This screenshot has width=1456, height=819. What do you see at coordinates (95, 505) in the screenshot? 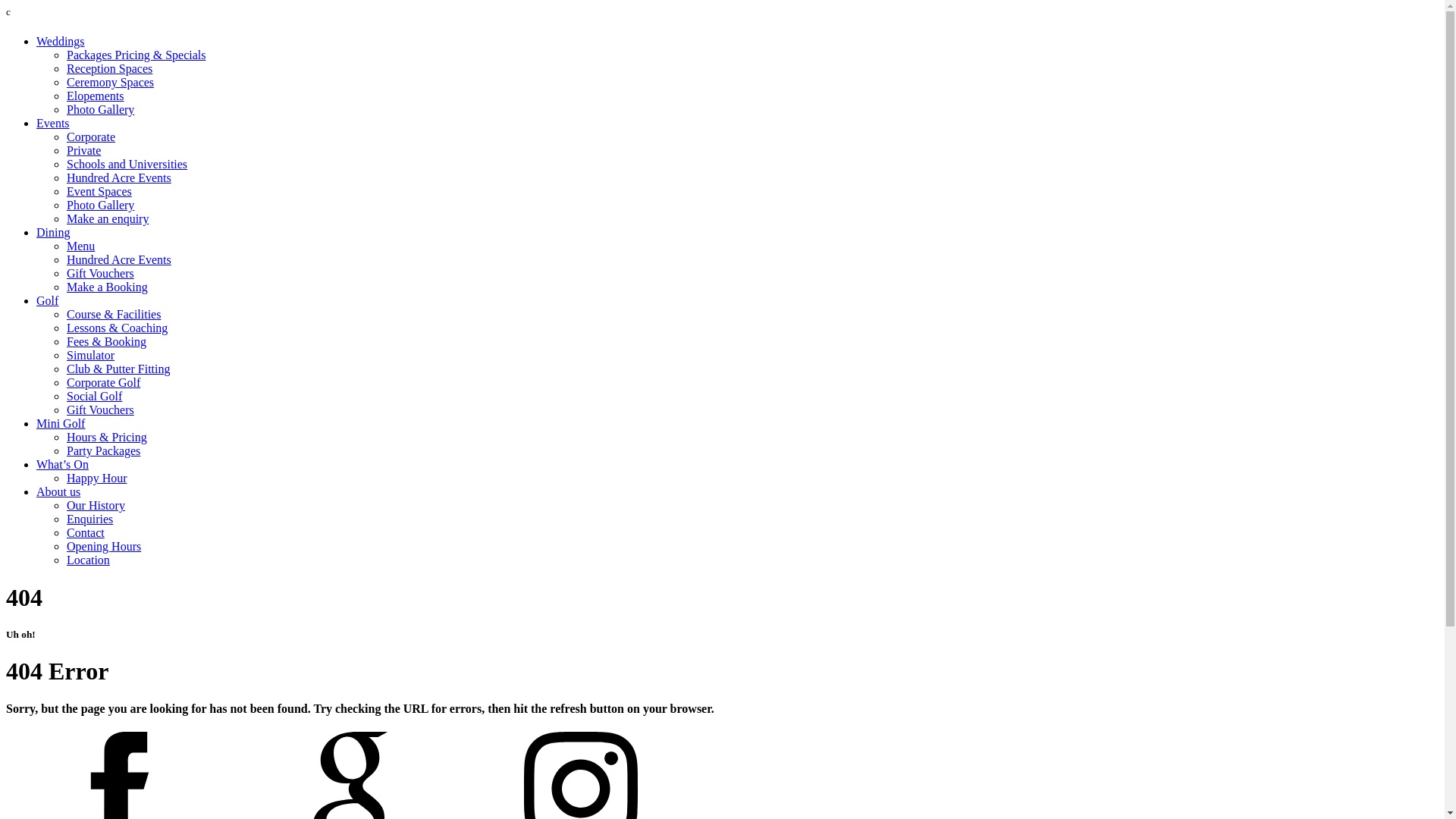
I see `'Our History'` at bounding box center [95, 505].